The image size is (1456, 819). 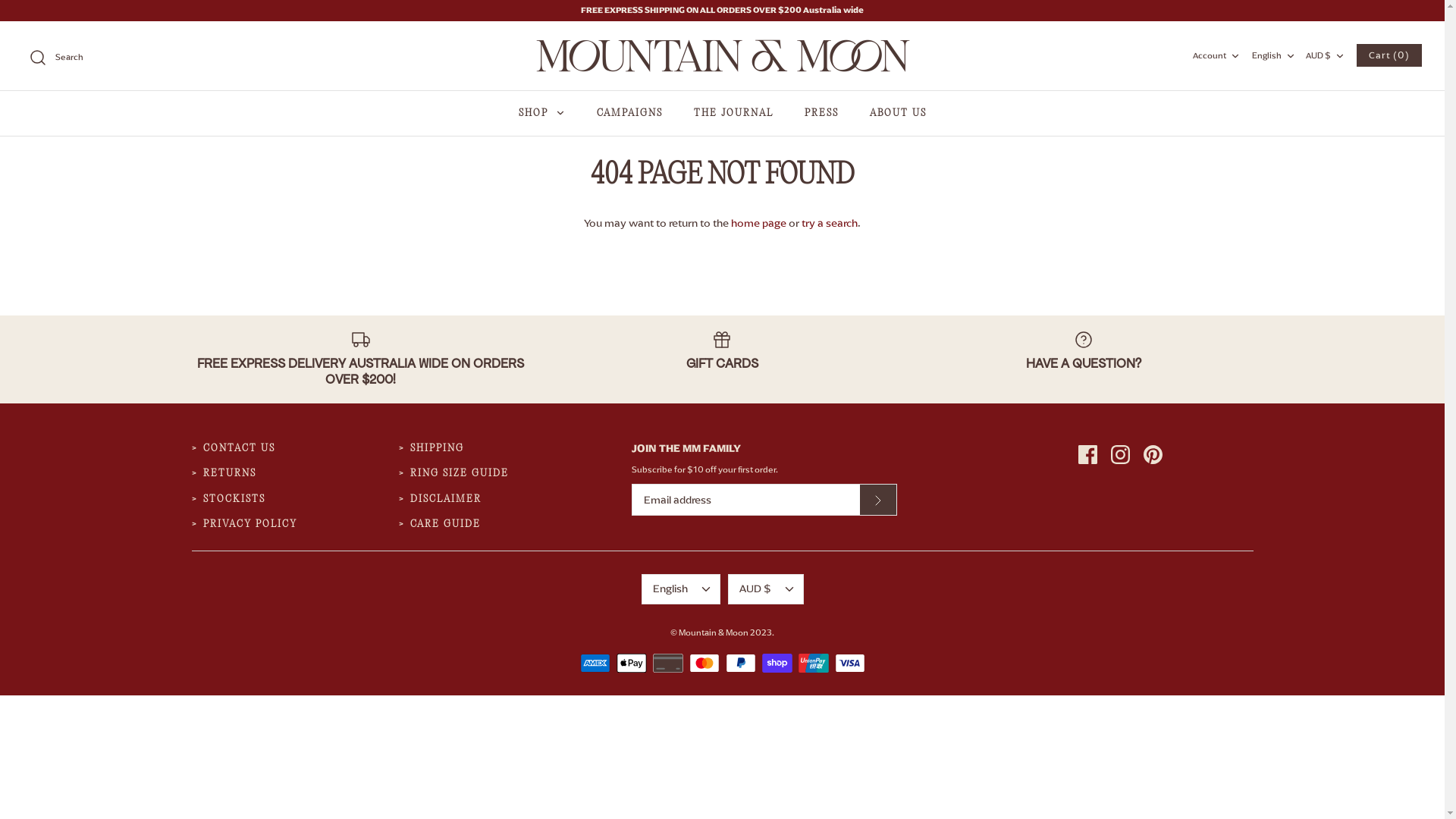 What do you see at coordinates (202, 500) in the screenshot?
I see `'STOCKISTS'` at bounding box center [202, 500].